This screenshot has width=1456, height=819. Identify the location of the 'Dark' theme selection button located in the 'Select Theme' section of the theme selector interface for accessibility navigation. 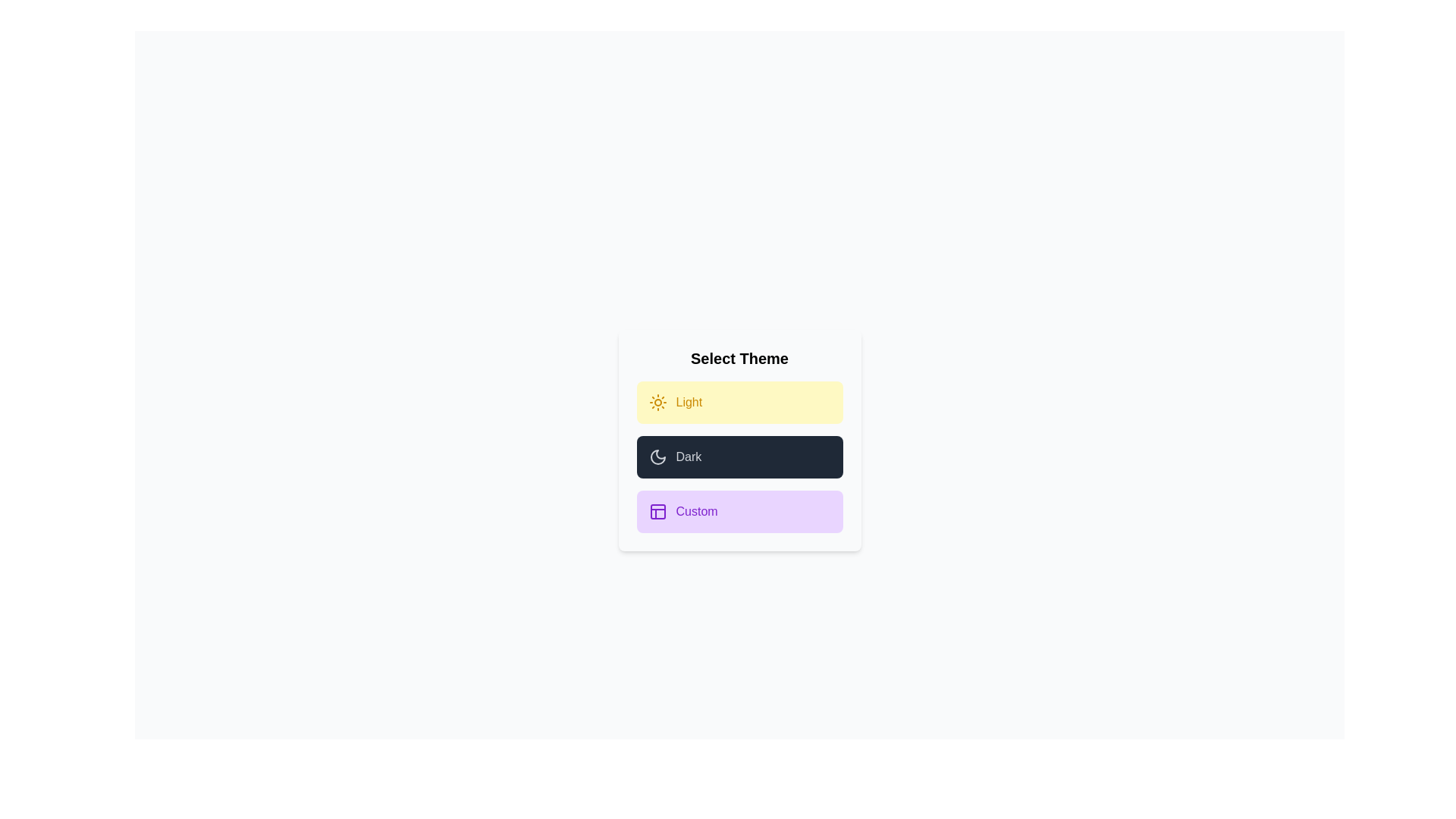
(739, 456).